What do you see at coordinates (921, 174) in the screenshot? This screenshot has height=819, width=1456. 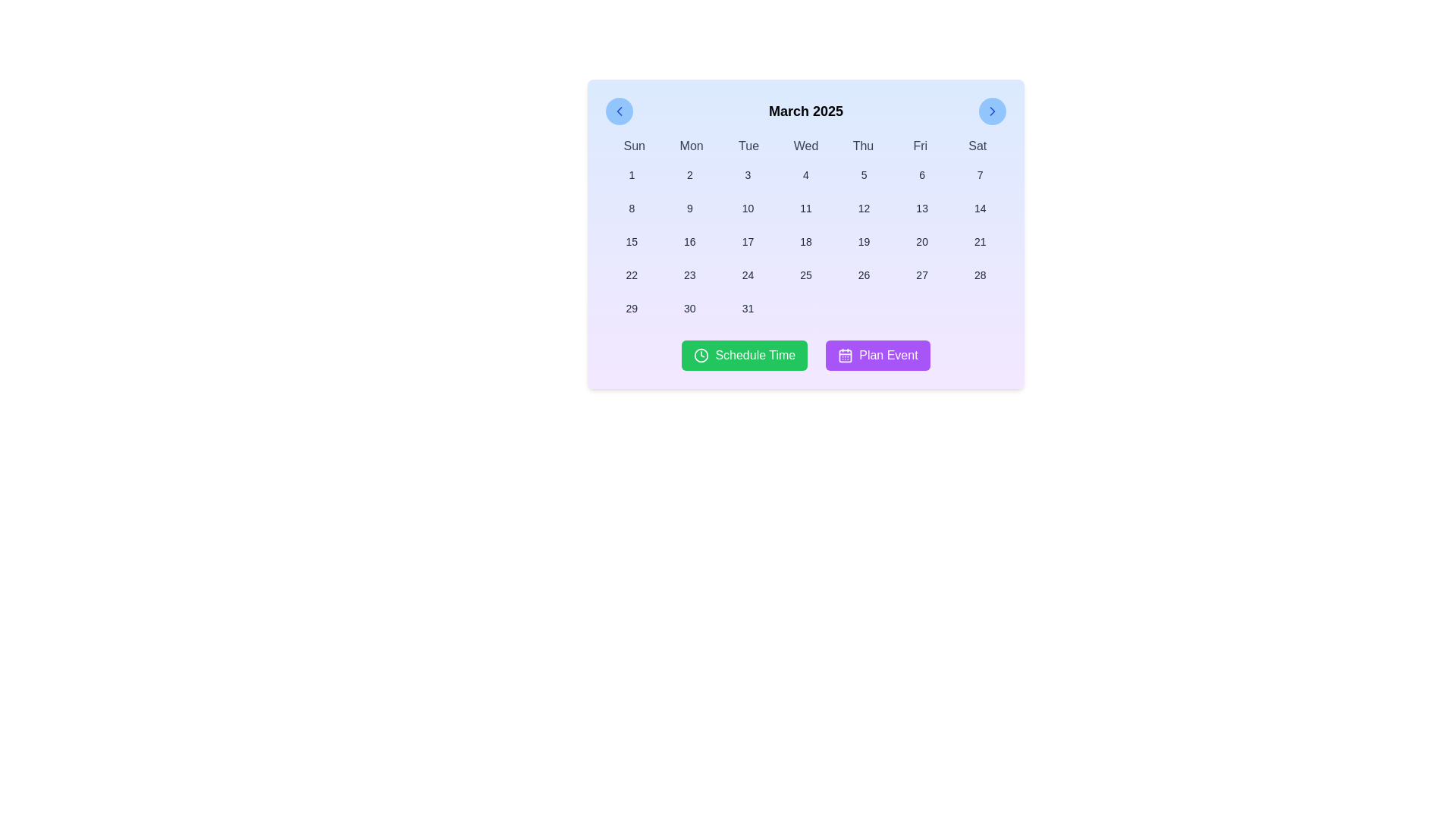 I see `the calendar day button representing the 6th of the month, located in the top row, Friday column` at bounding box center [921, 174].